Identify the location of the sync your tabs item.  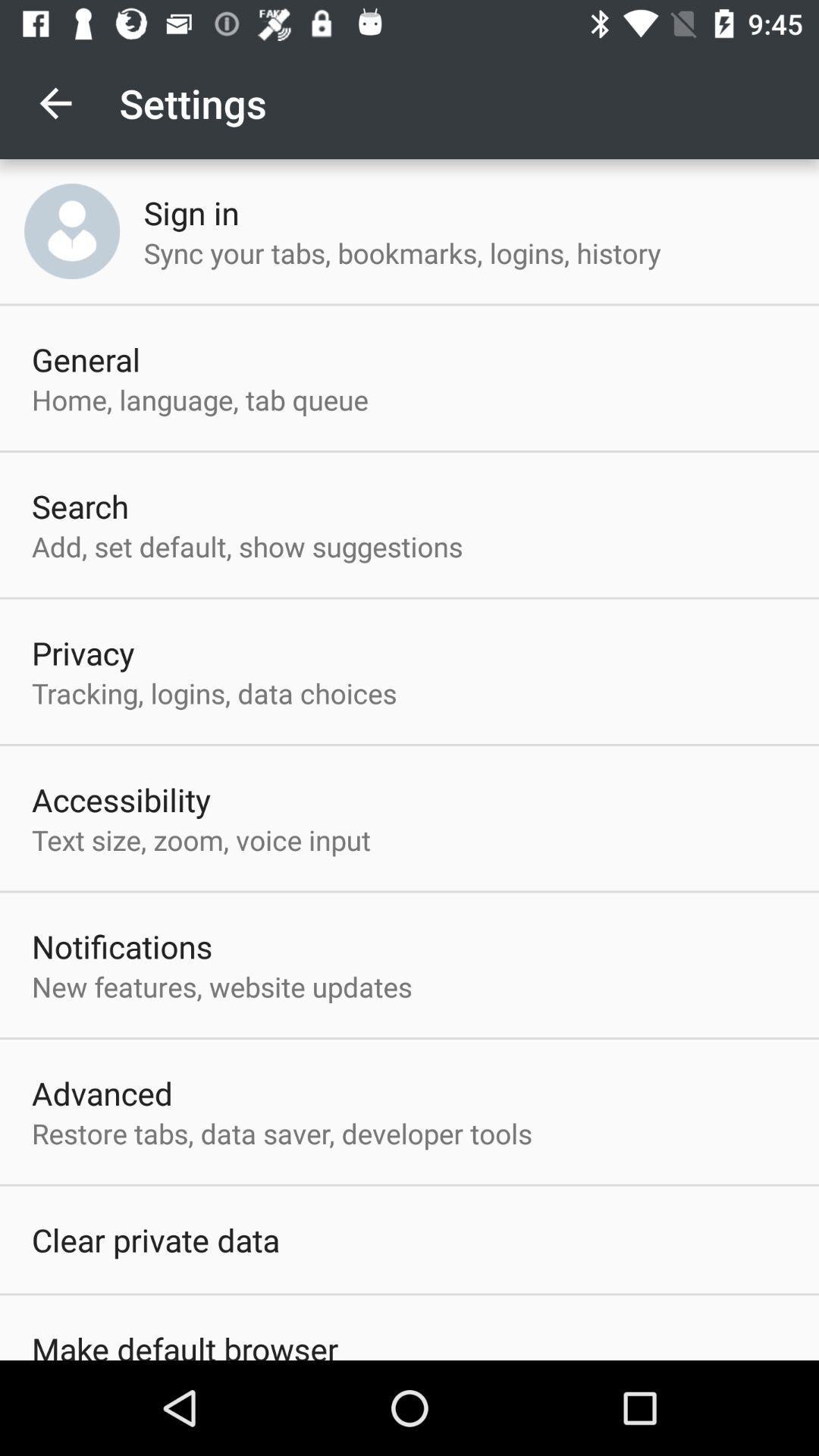
(401, 253).